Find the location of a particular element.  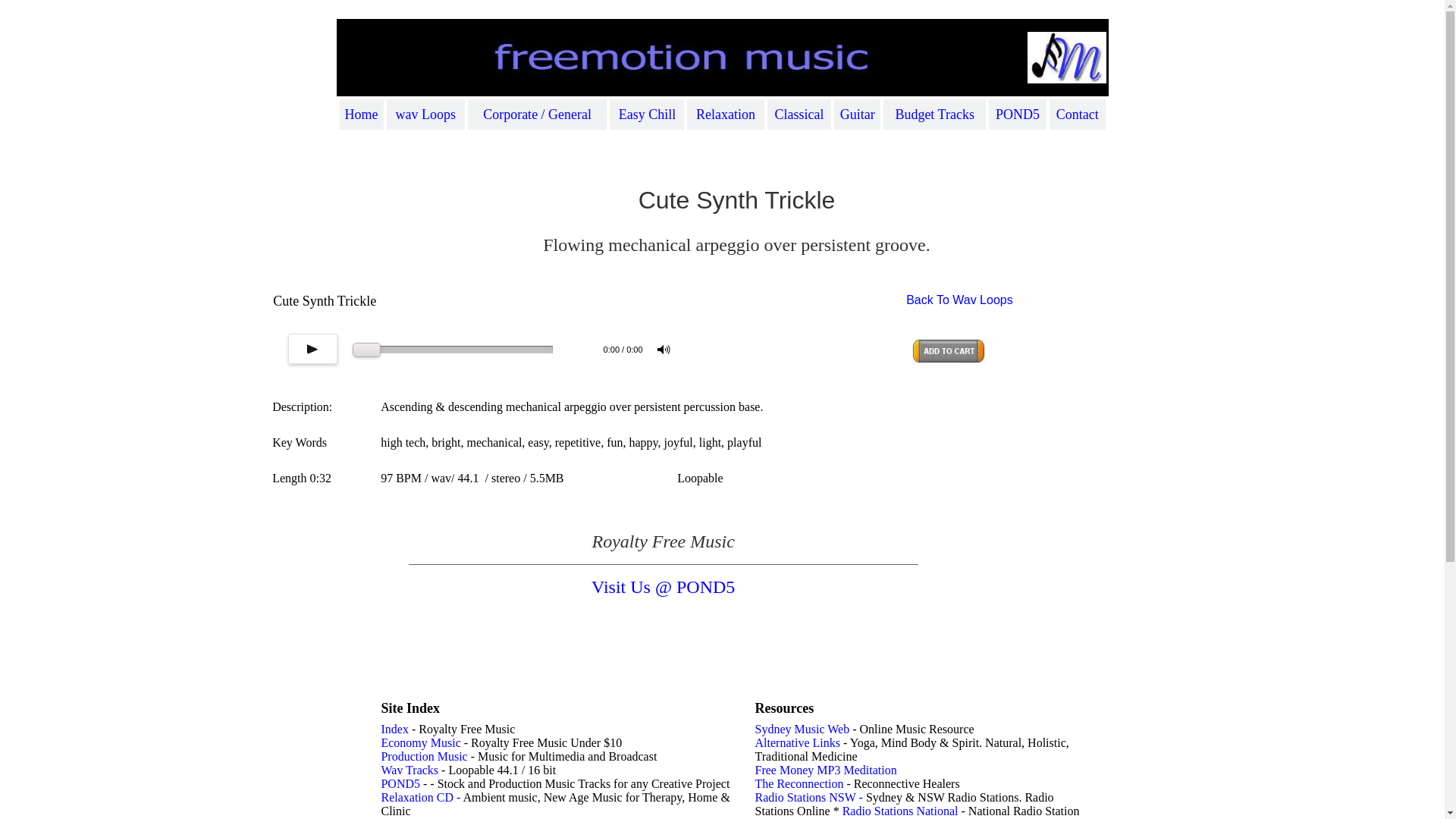

'Home' is located at coordinates (344, 113).